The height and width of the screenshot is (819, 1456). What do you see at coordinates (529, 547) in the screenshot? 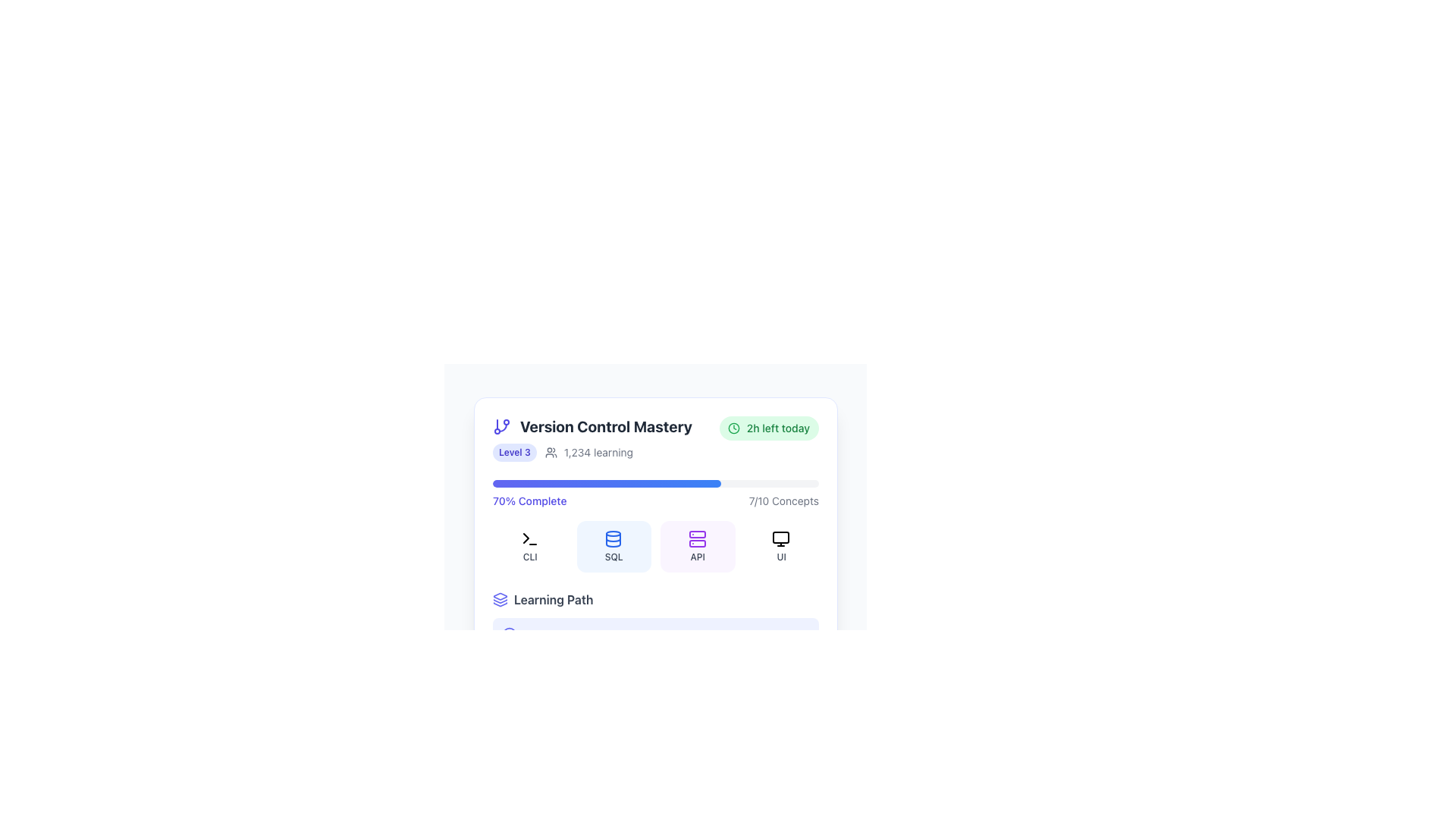
I see `the Category label with icon representing CLI in the top-left corner of the grid below the 'Version Control Mastery' header` at bounding box center [529, 547].